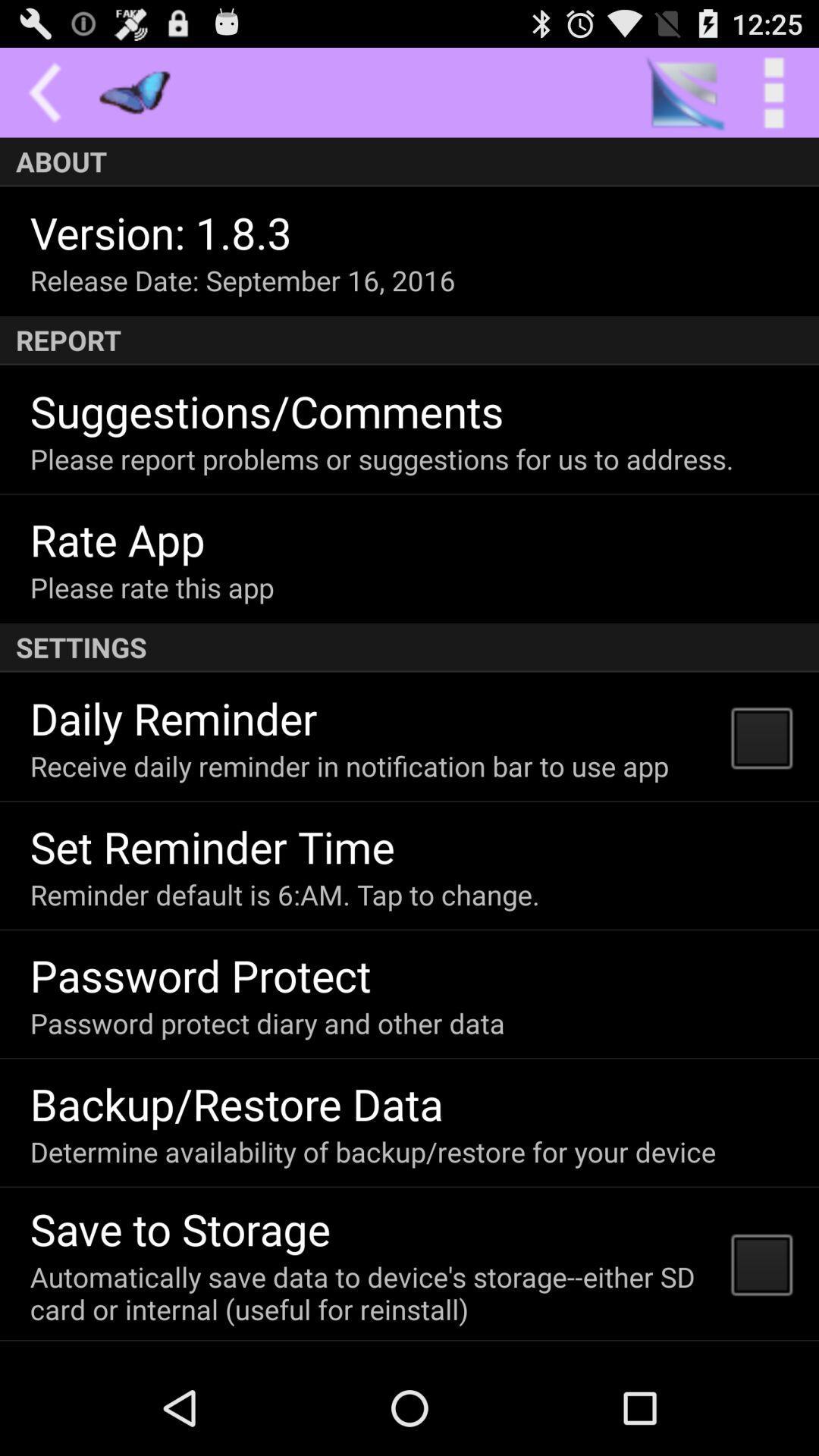 The image size is (819, 1456). I want to click on item below version 1 8 app, so click(242, 280).